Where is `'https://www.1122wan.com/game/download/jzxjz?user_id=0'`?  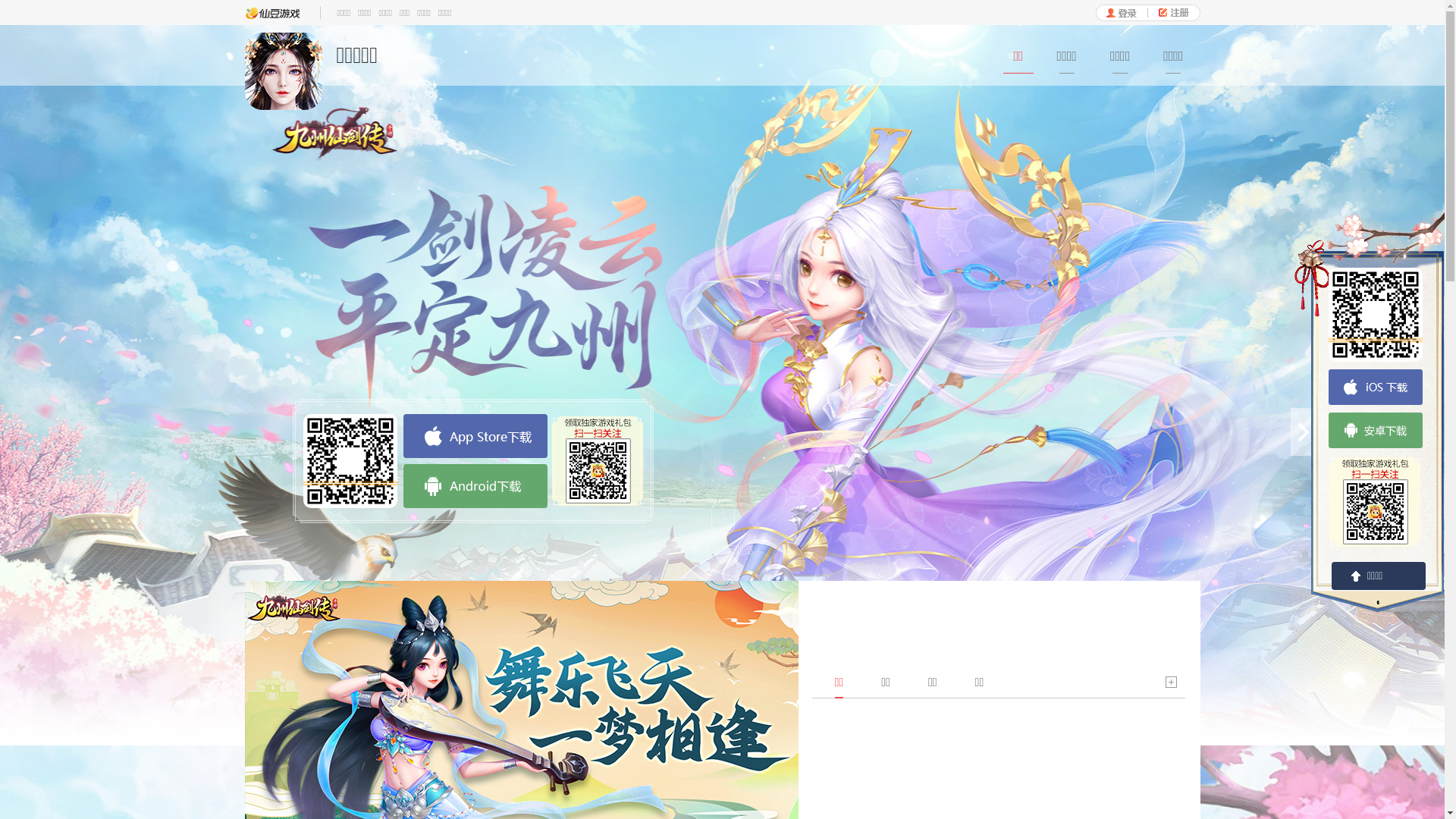 'https://www.1122wan.com/game/download/jzxjz?user_id=0' is located at coordinates (1376, 314).